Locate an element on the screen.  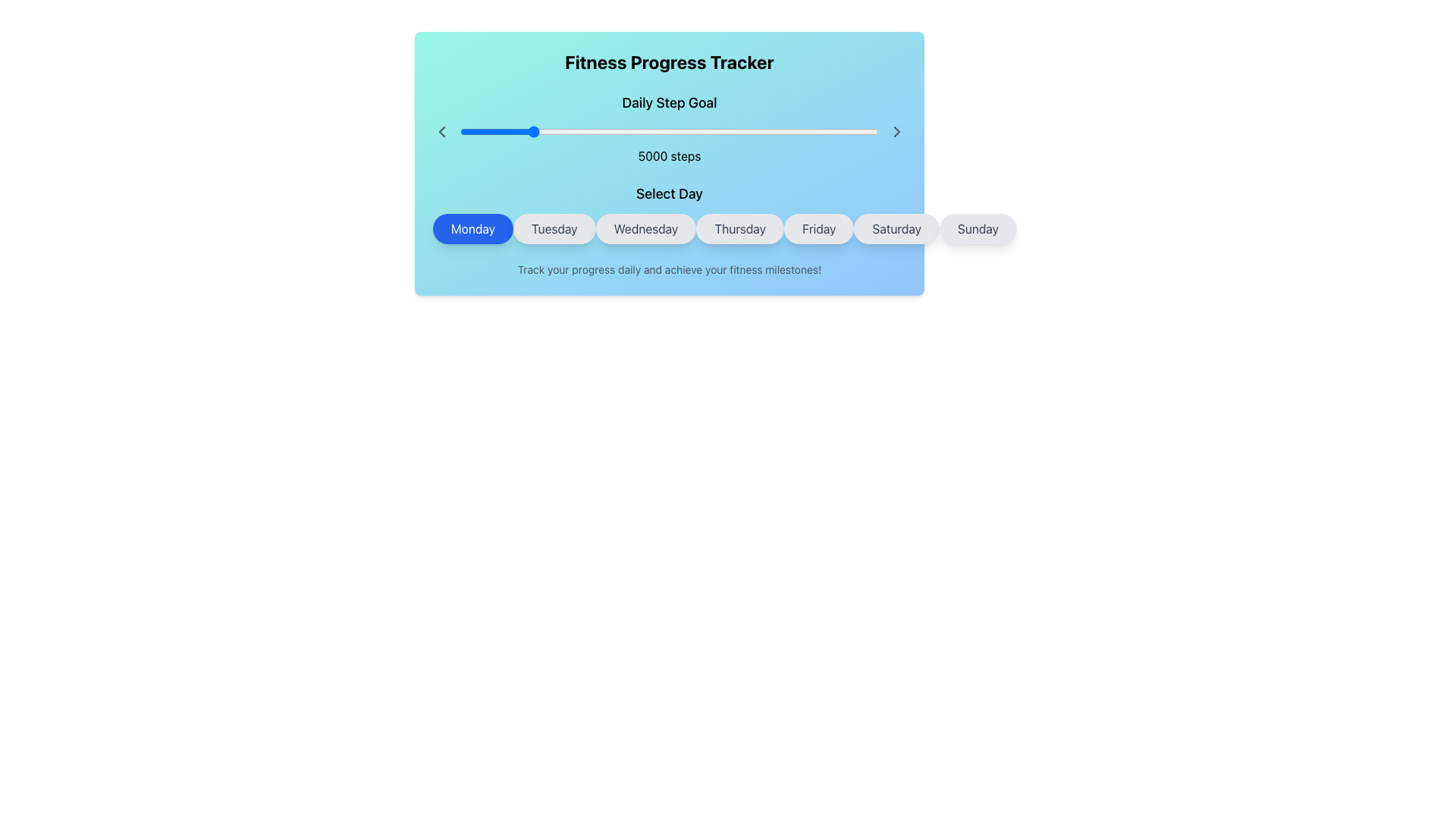
the 'Select Day' text label that is prominently displayed above the day selection buttons is located at coordinates (669, 193).